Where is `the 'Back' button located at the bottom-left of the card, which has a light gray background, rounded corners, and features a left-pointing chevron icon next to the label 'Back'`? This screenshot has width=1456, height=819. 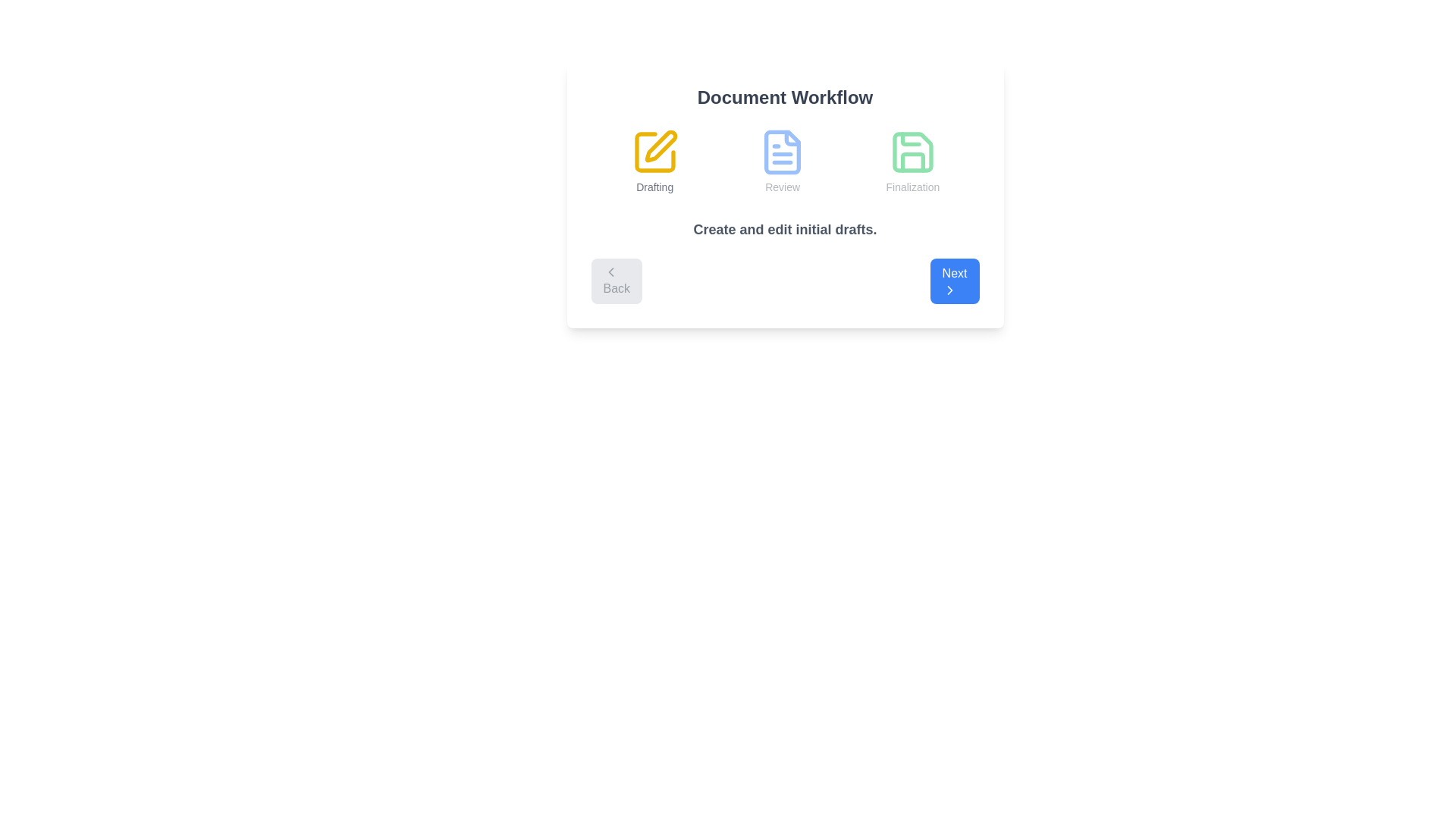
the 'Back' button located at the bottom-left of the card, which has a light gray background, rounded corners, and features a left-pointing chevron icon next to the label 'Back' is located at coordinates (617, 281).